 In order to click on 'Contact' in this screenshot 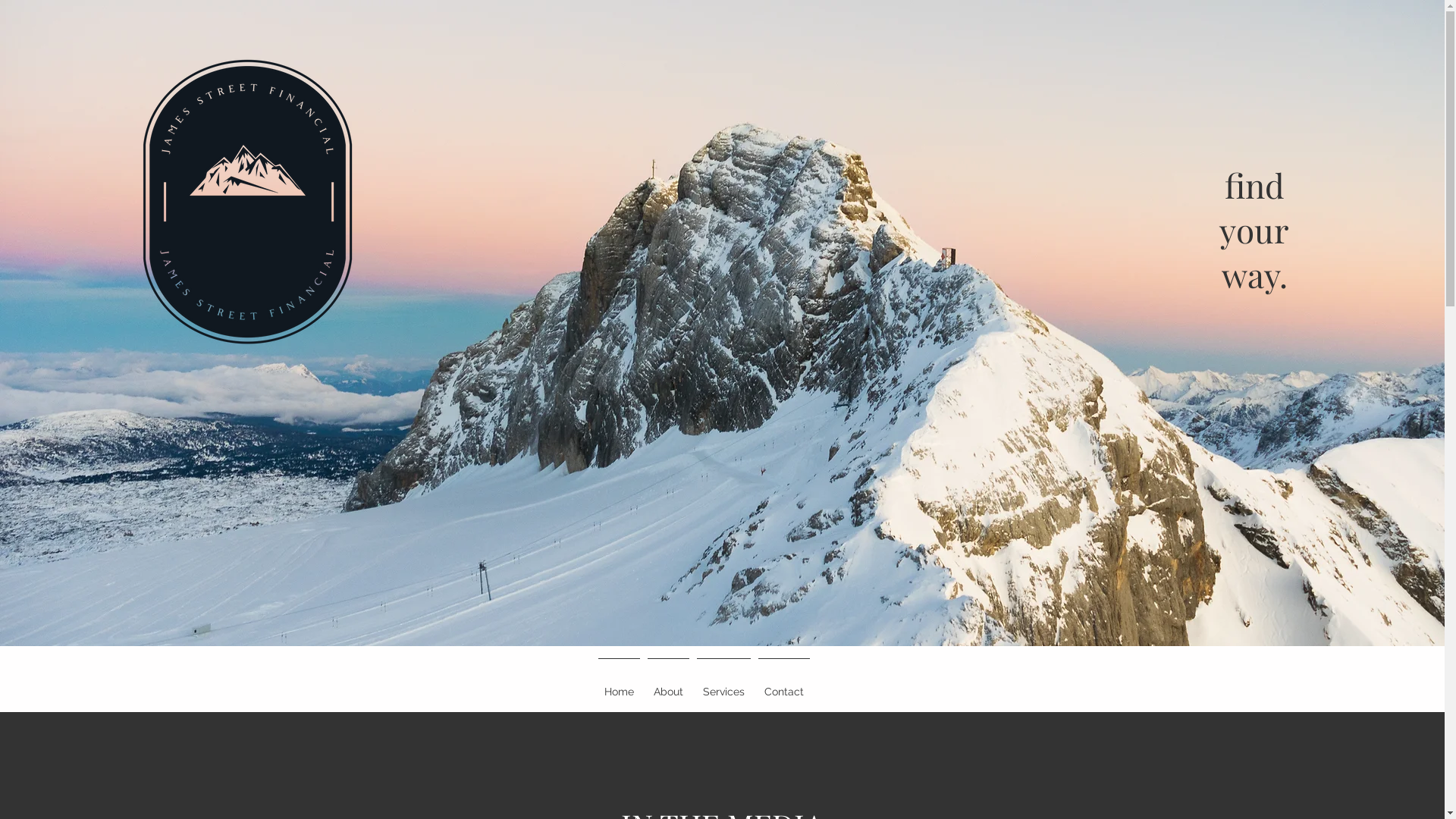, I will do `click(783, 685)`.